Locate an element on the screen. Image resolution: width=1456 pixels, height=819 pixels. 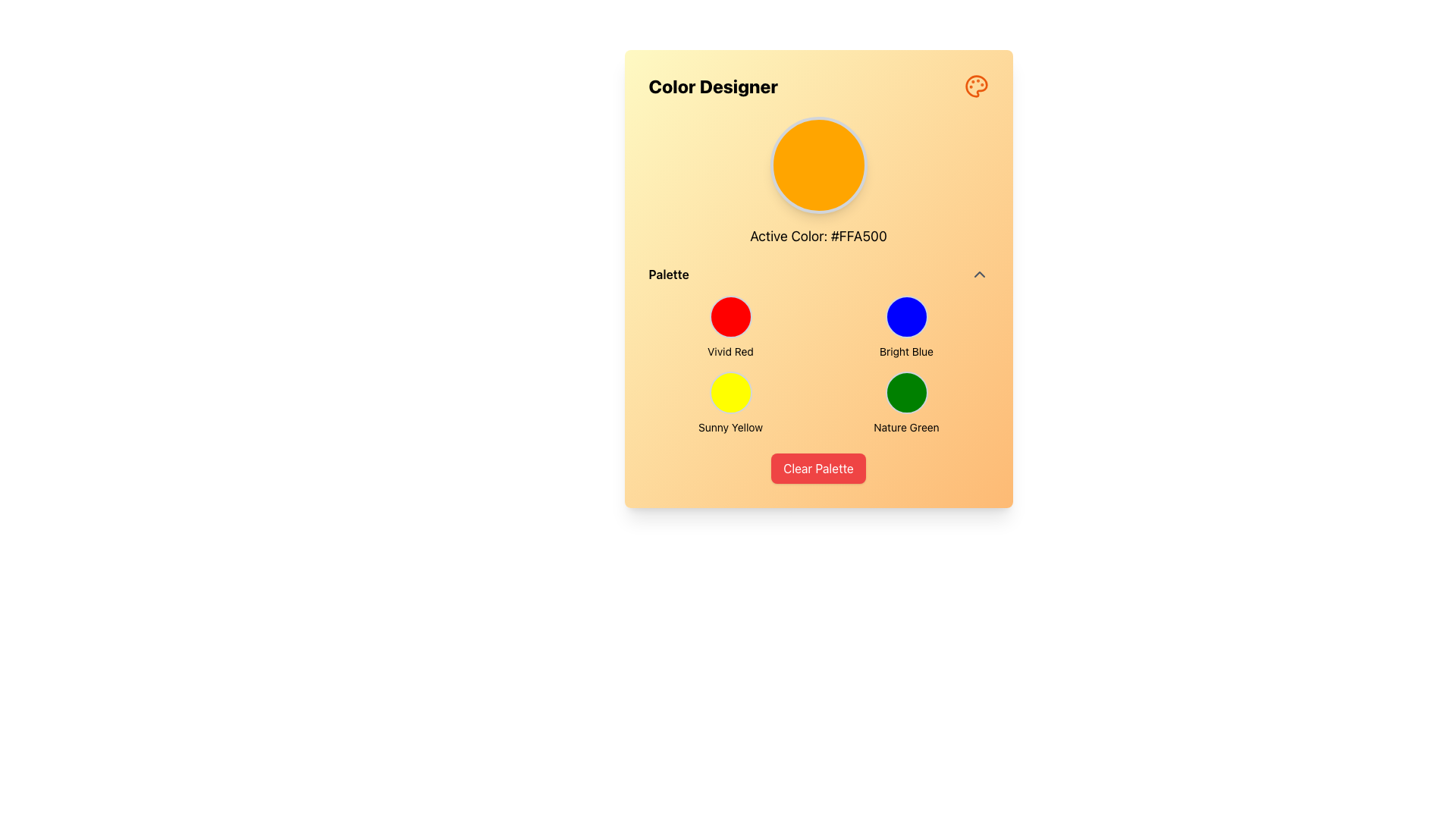
the Static Text element labeled 'Color Designer', which is styled in bold and large font at the top-left area of the interface is located at coordinates (712, 86).